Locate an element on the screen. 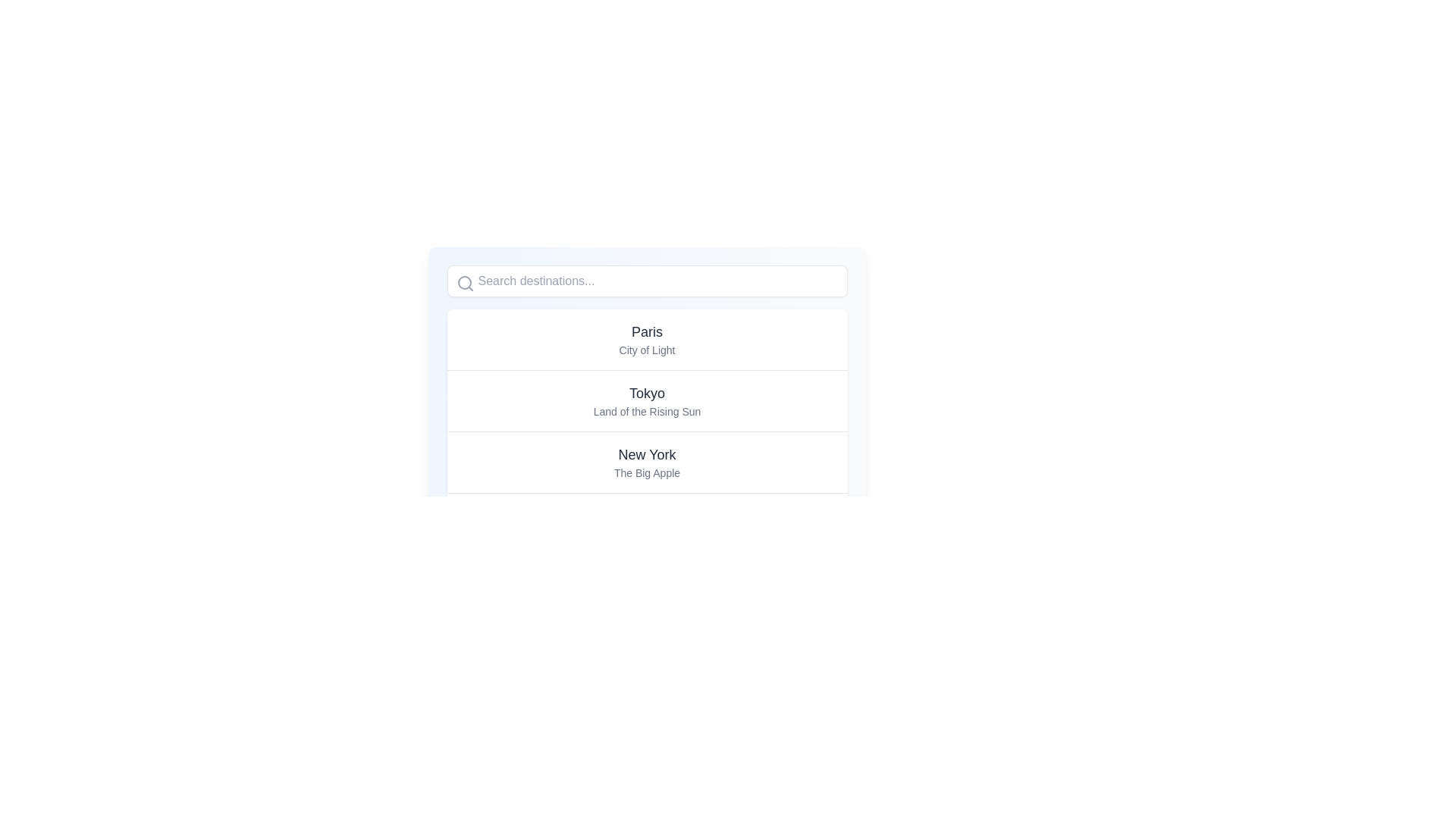 This screenshot has height=819, width=1456. the text label indicating the name 'Paris', which serves as a title above the text 'City of Light' in the clickable card of the dropdown list is located at coordinates (647, 331).